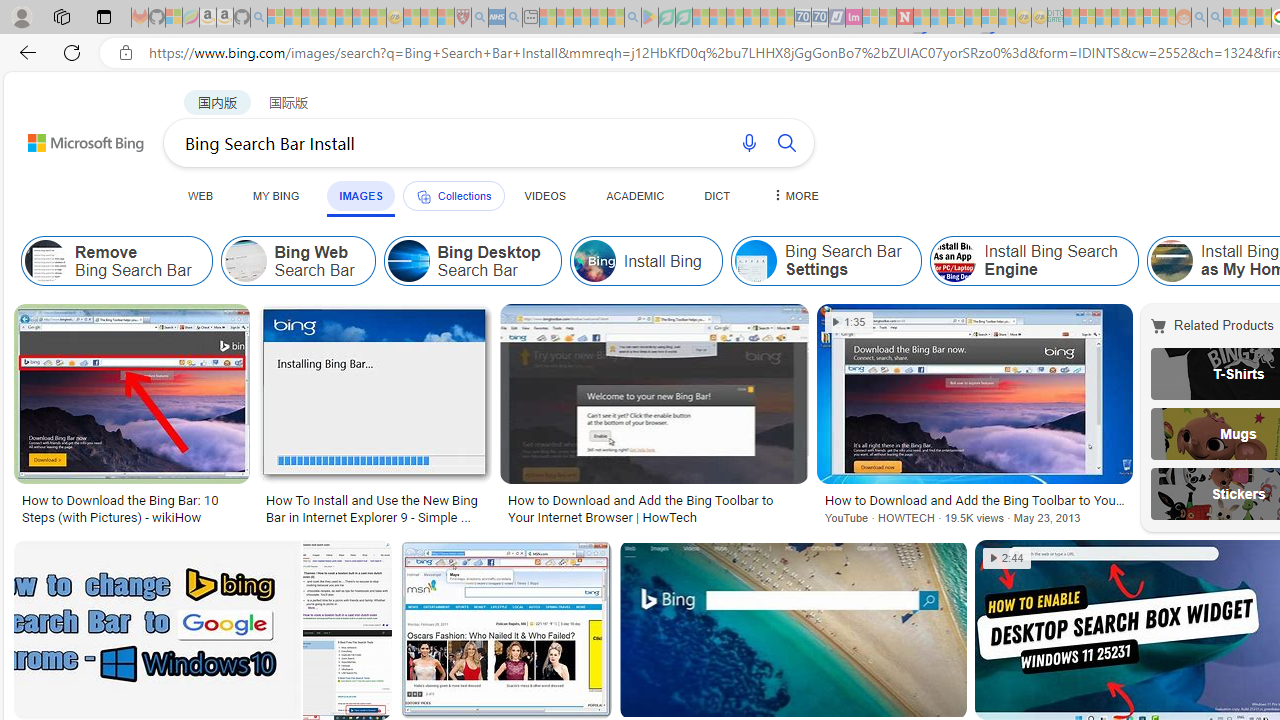 The width and height of the screenshot is (1280, 720). Describe the element at coordinates (1171, 260) in the screenshot. I see `'Install Bing as My Homepage'` at that location.